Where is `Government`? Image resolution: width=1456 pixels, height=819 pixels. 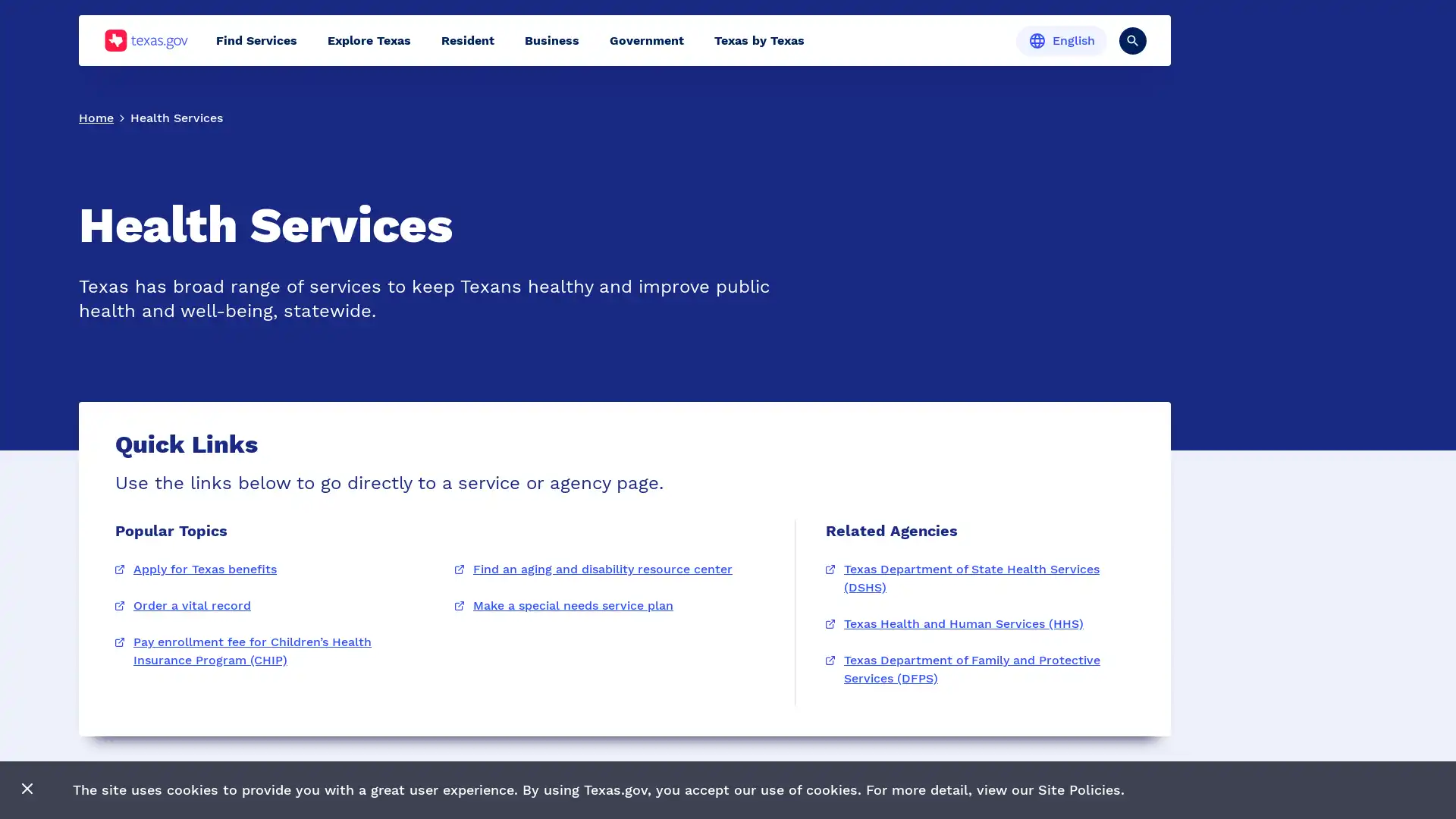 Government is located at coordinates (647, 39).